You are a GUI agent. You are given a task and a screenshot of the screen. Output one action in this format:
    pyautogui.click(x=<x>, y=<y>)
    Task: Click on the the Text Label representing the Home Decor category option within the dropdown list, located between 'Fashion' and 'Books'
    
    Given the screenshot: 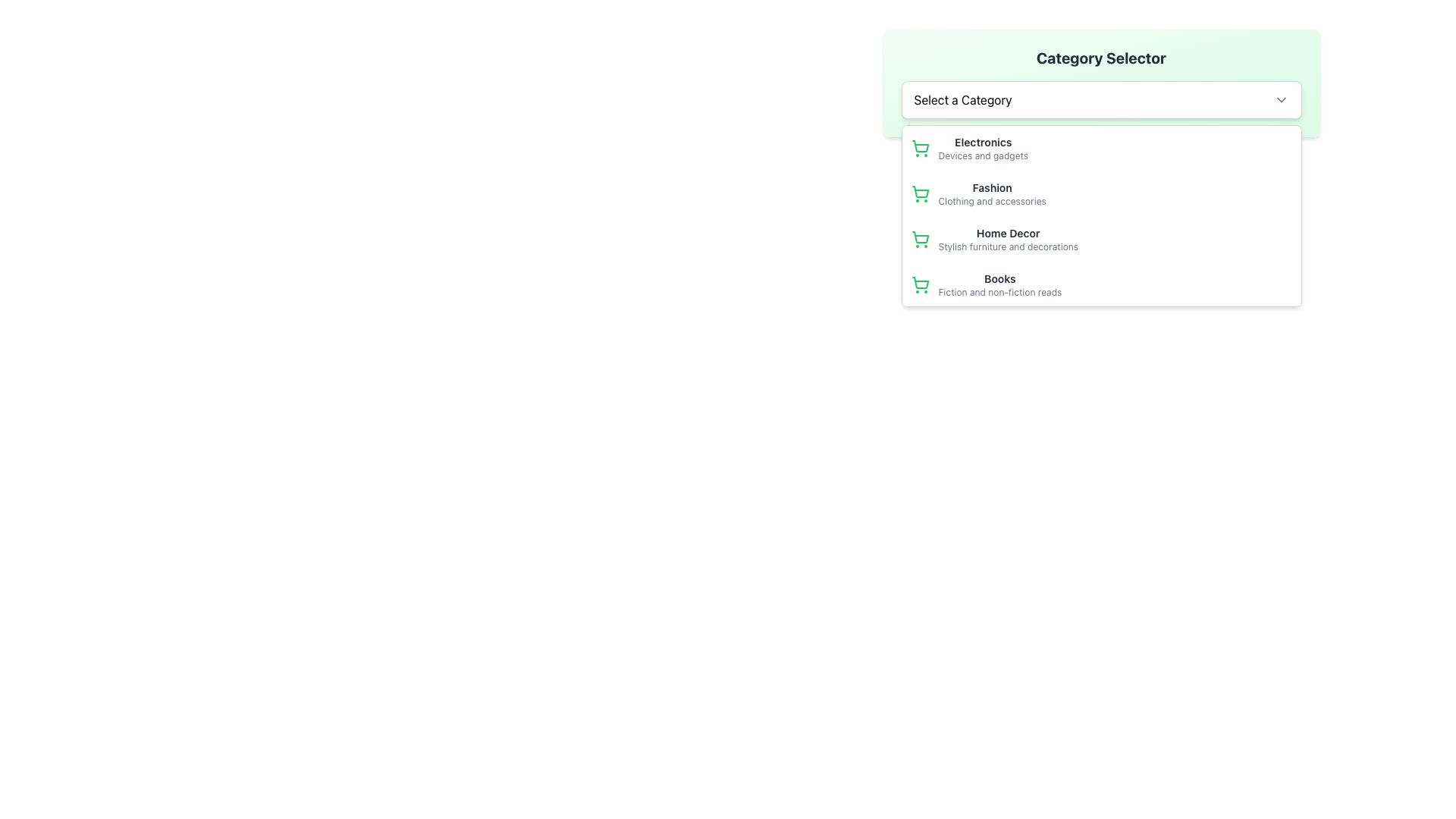 What is the action you would take?
    pyautogui.click(x=1008, y=234)
    